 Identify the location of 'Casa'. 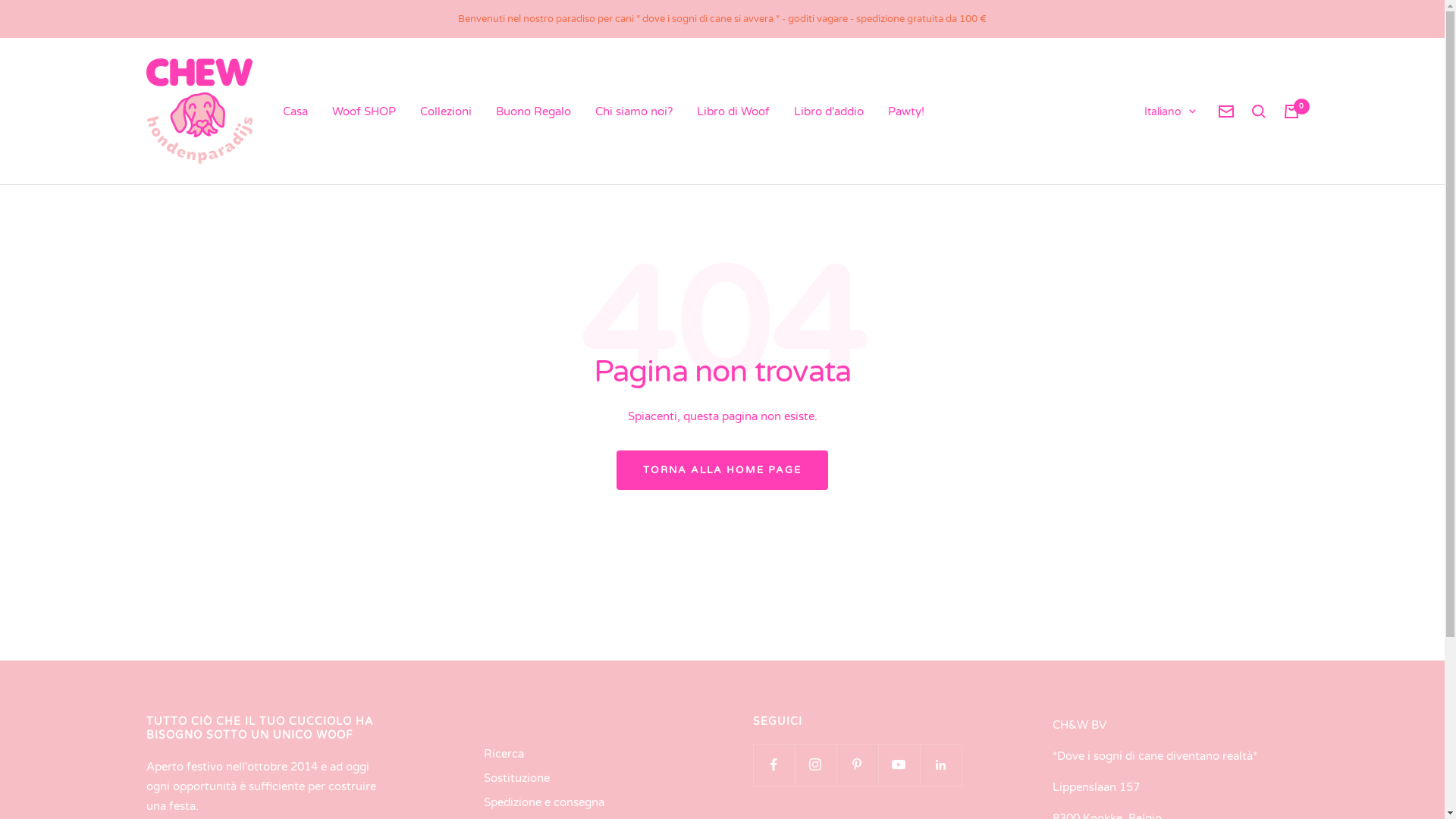
(282, 110).